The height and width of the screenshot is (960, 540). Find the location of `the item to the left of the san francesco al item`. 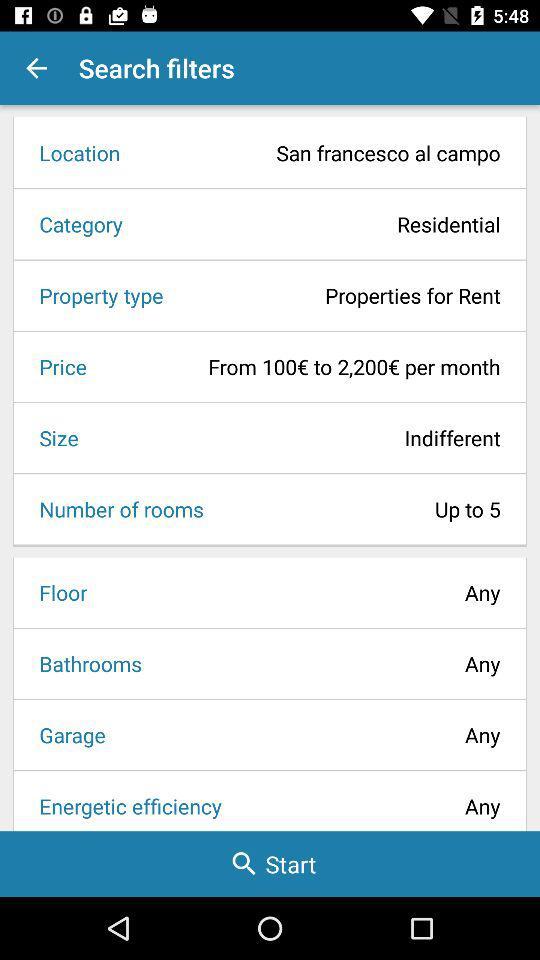

the item to the left of the san francesco al item is located at coordinates (72, 152).